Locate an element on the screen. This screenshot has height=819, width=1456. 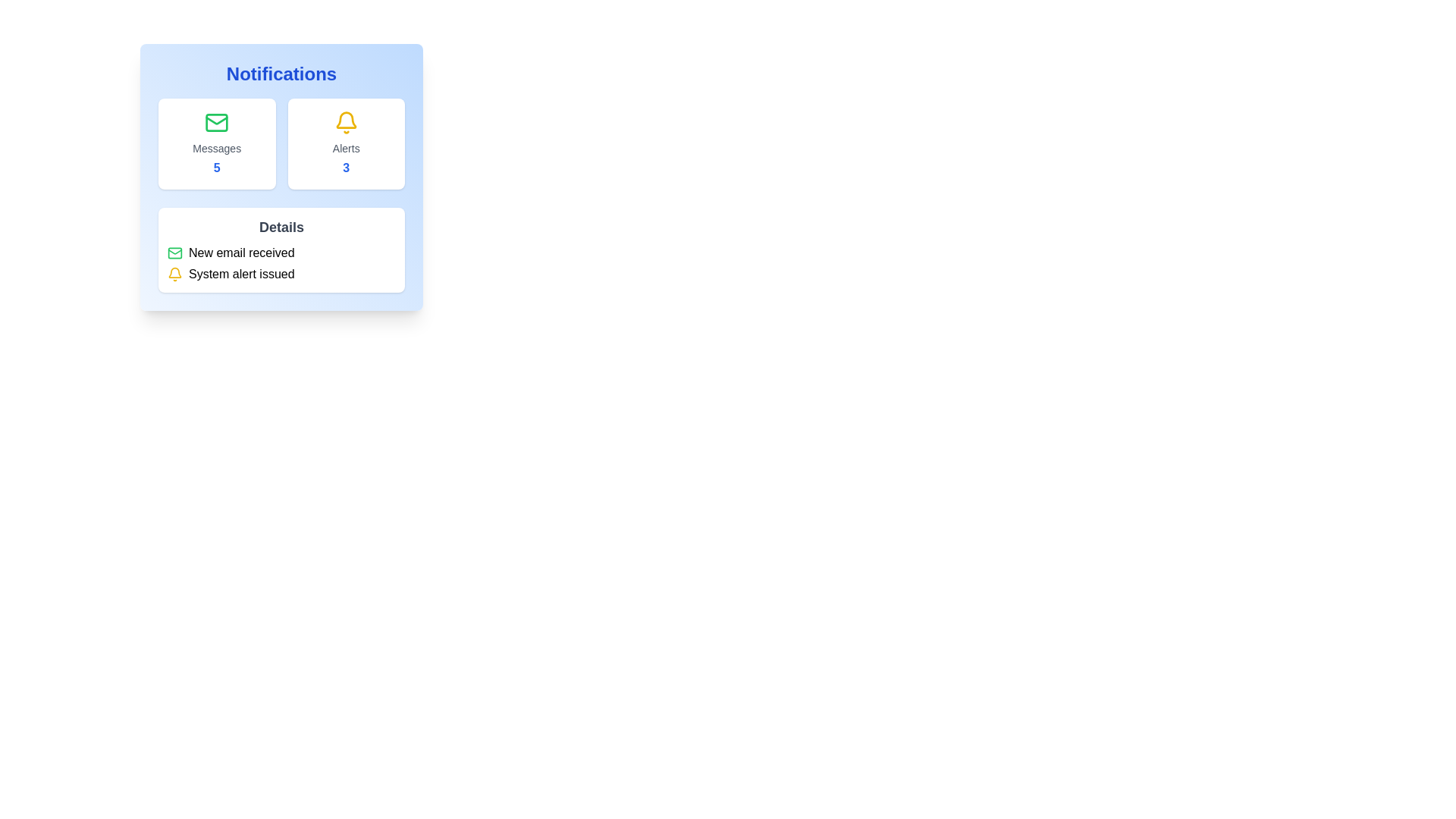
the notification item labeled 'New email received' to potentially open the email details is located at coordinates (281, 253).